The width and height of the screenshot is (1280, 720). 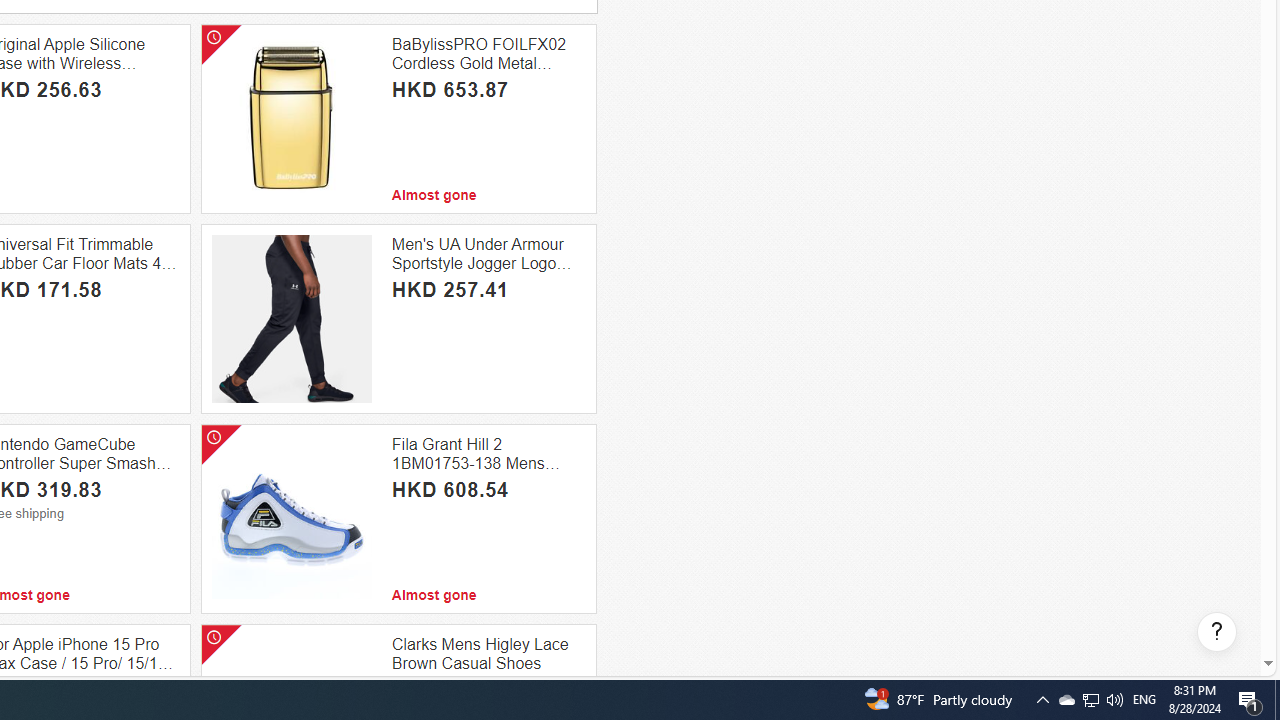 What do you see at coordinates (1216, 632) in the screenshot?
I see `'Help, opens dialogs'` at bounding box center [1216, 632].